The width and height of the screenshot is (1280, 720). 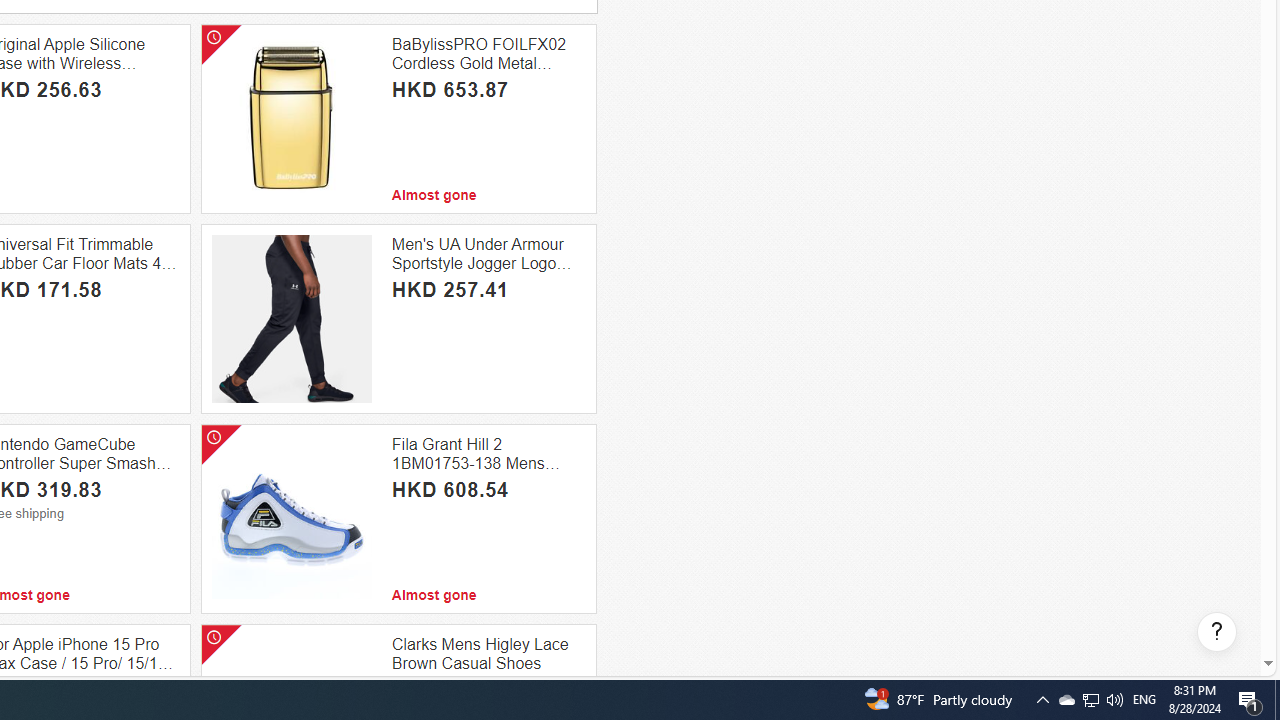 What do you see at coordinates (1216, 632) in the screenshot?
I see `'Help, opens dialogs'` at bounding box center [1216, 632].